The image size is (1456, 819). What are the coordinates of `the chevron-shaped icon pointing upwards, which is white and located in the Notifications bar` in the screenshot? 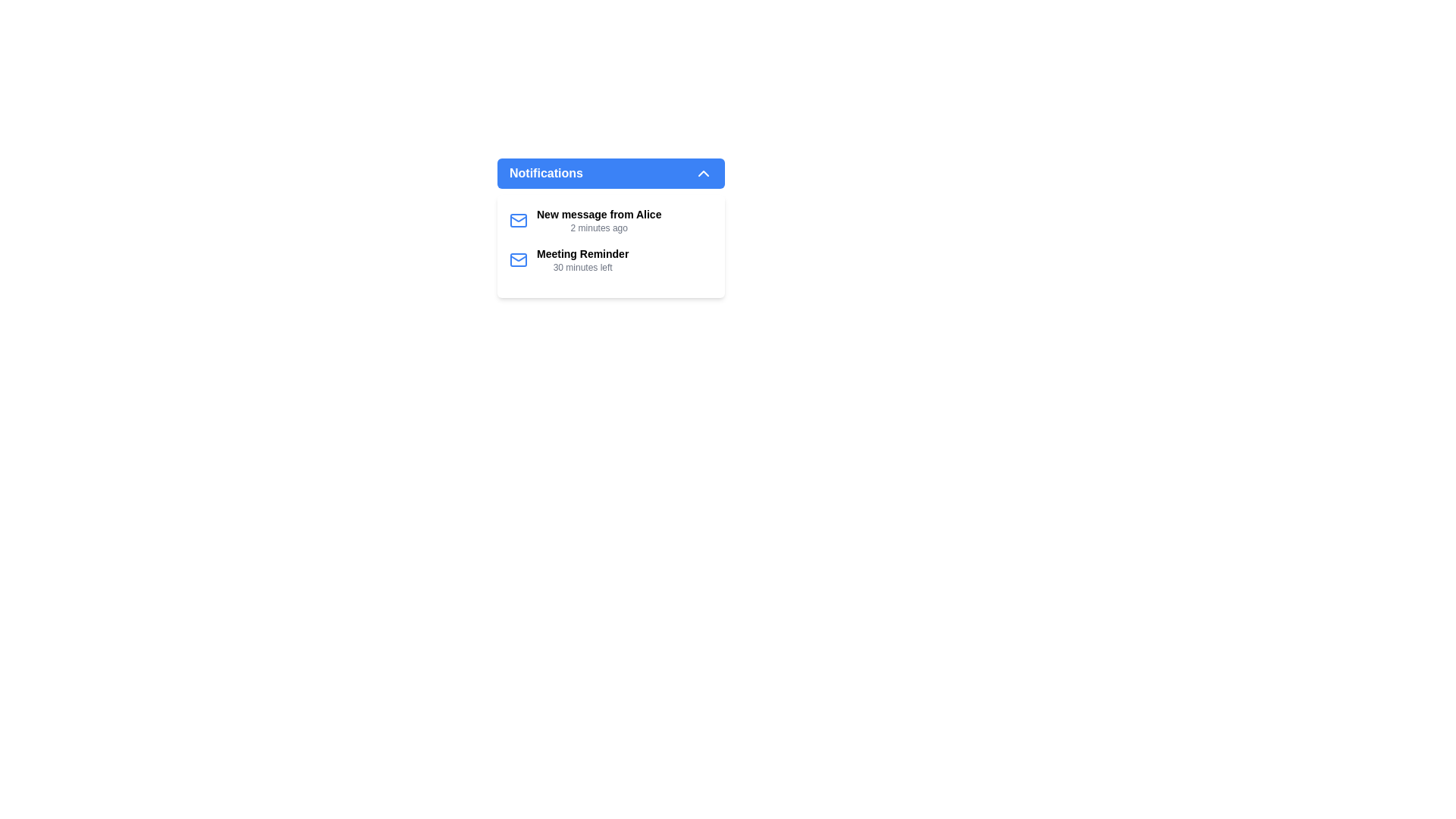 It's located at (702, 172).